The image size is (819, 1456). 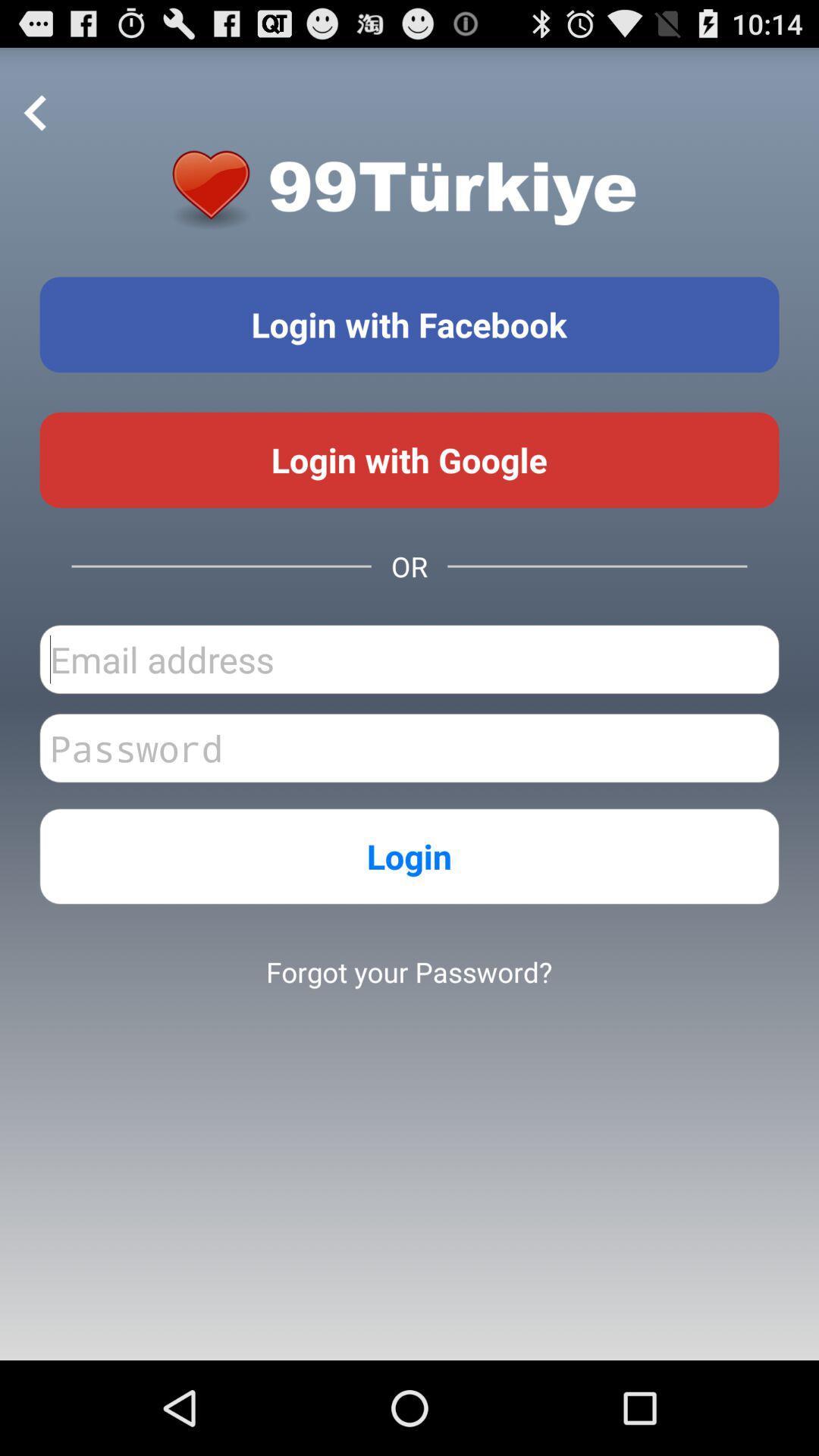 What do you see at coordinates (409, 459) in the screenshot?
I see `login with google account` at bounding box center [409, 459].